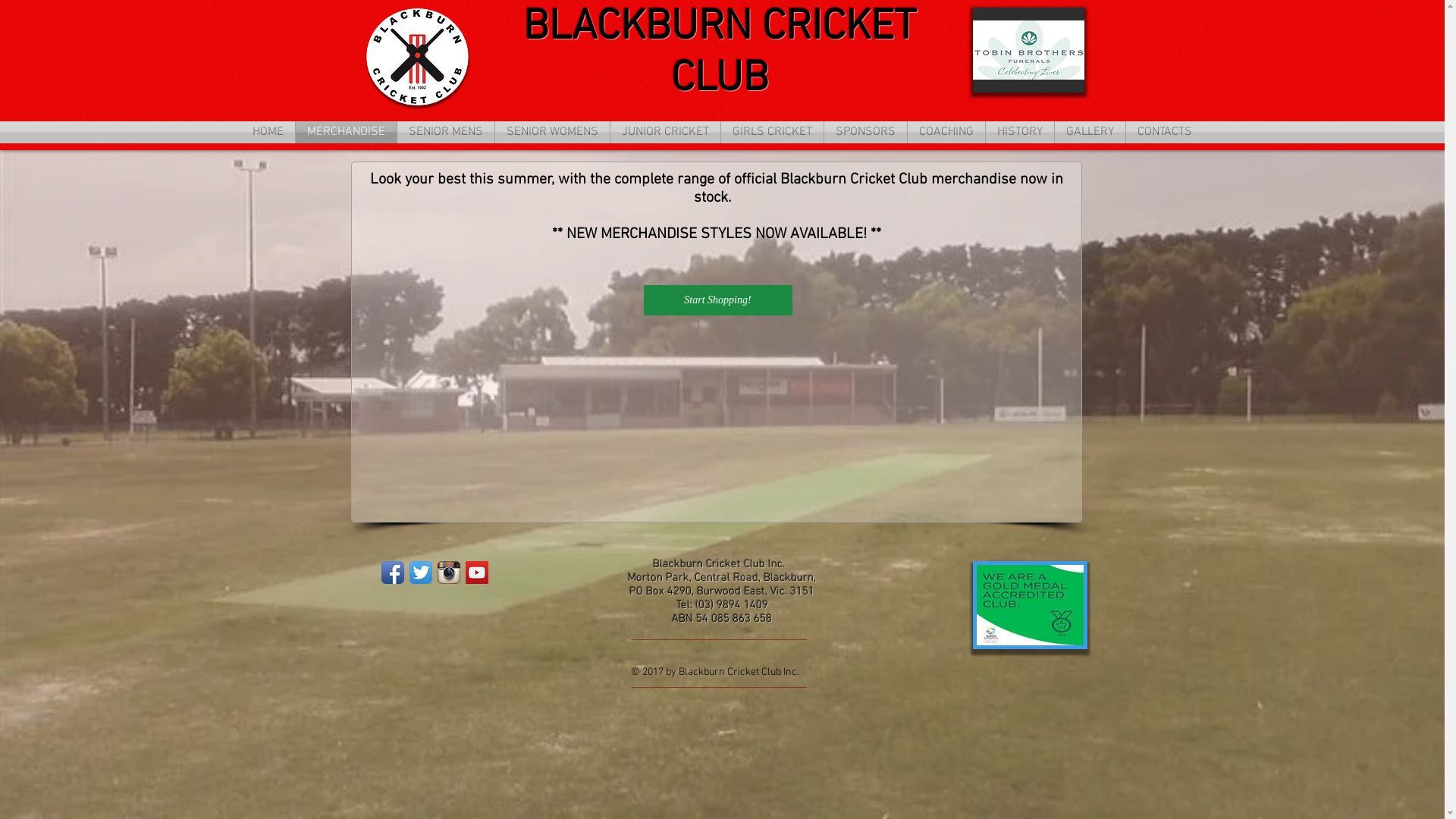 This screenshot has height=819, width=1456. Describe the element at coordinates (772, 131) in the screenshot. I see `'GIRLS CRICKET'` at that location.